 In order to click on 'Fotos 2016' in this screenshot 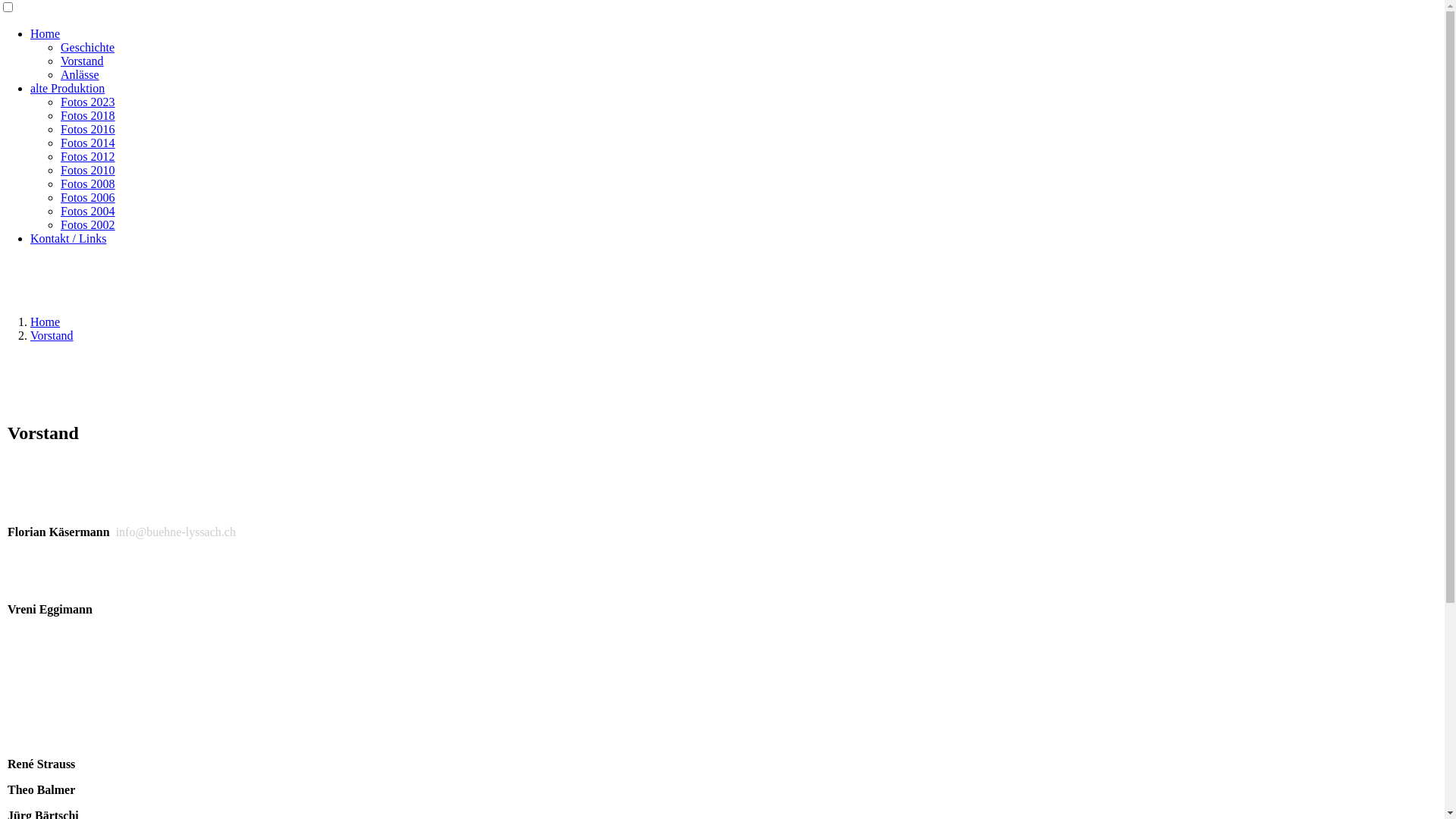, I will do `click(61, 128)`.